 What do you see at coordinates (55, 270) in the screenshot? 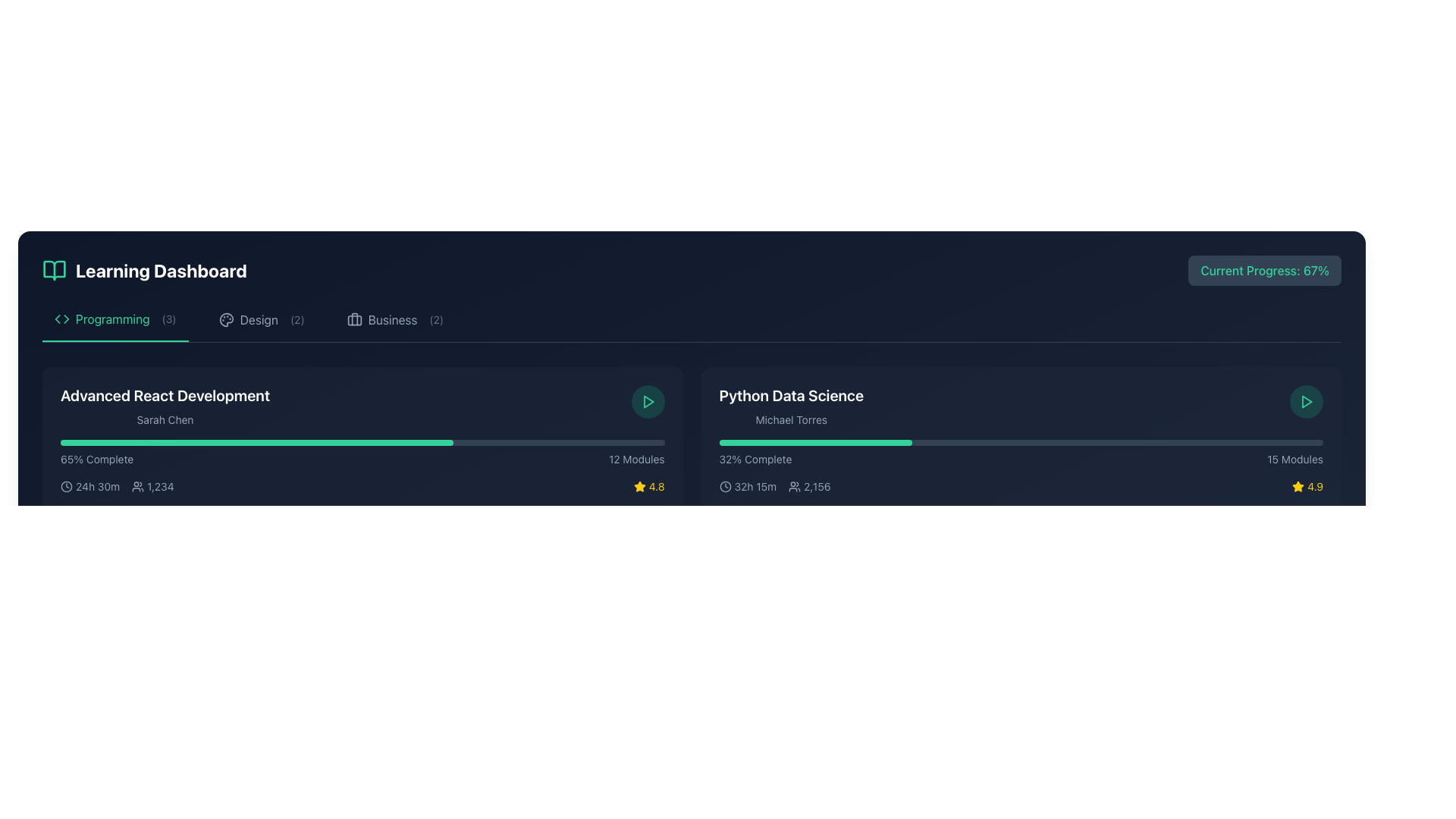
I see `the open-book icon with an emerald-green color located at the top-left corner of the dashboard header before the 'Learning Dashboard' heading` at bounding box center [55, 270].